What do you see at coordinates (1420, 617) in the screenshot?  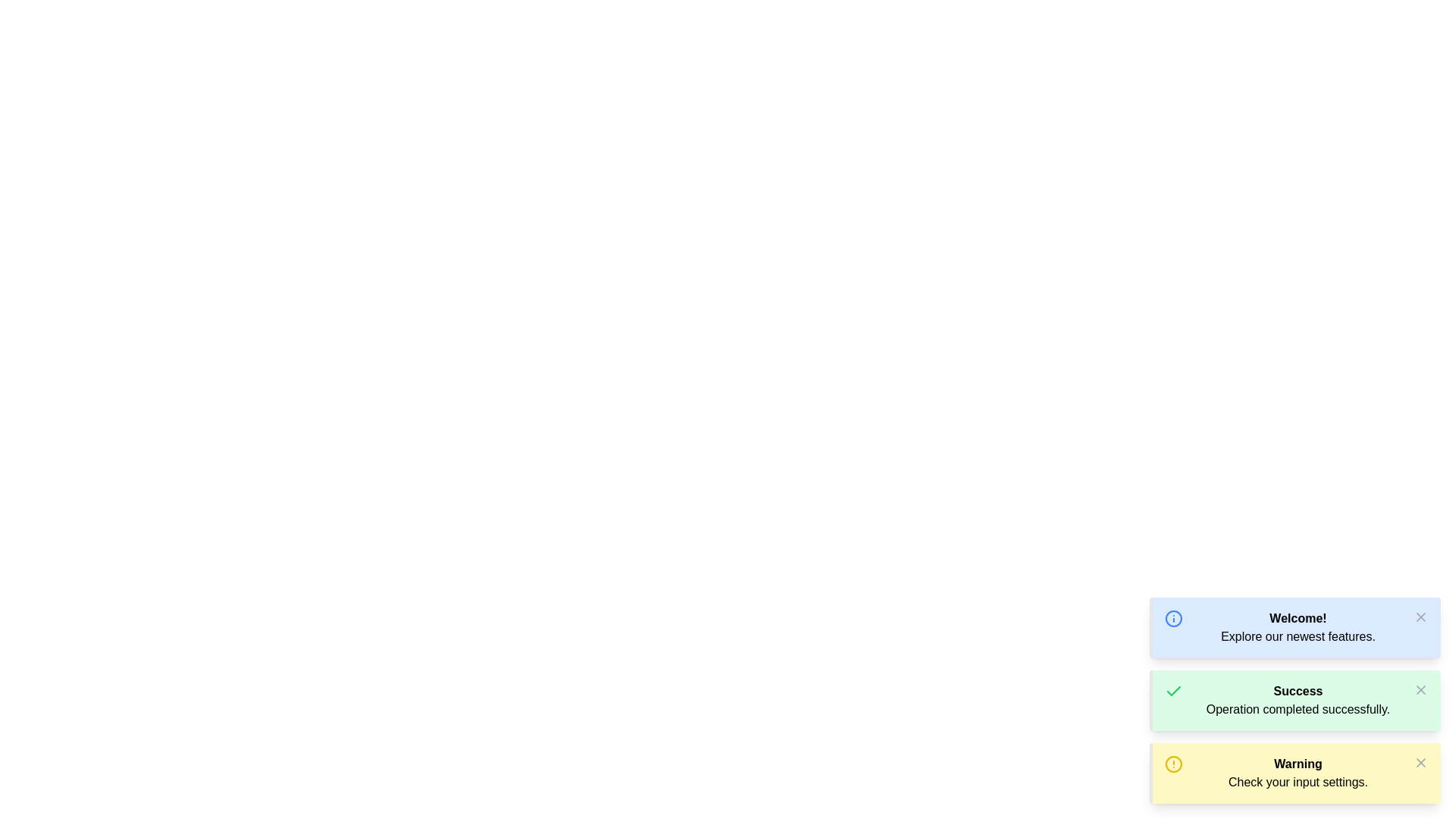 I see `the close 'X' button located at the top-right corner of the blue 'Welcome!' notification box to change its color` at bounding box center [1420, 617].